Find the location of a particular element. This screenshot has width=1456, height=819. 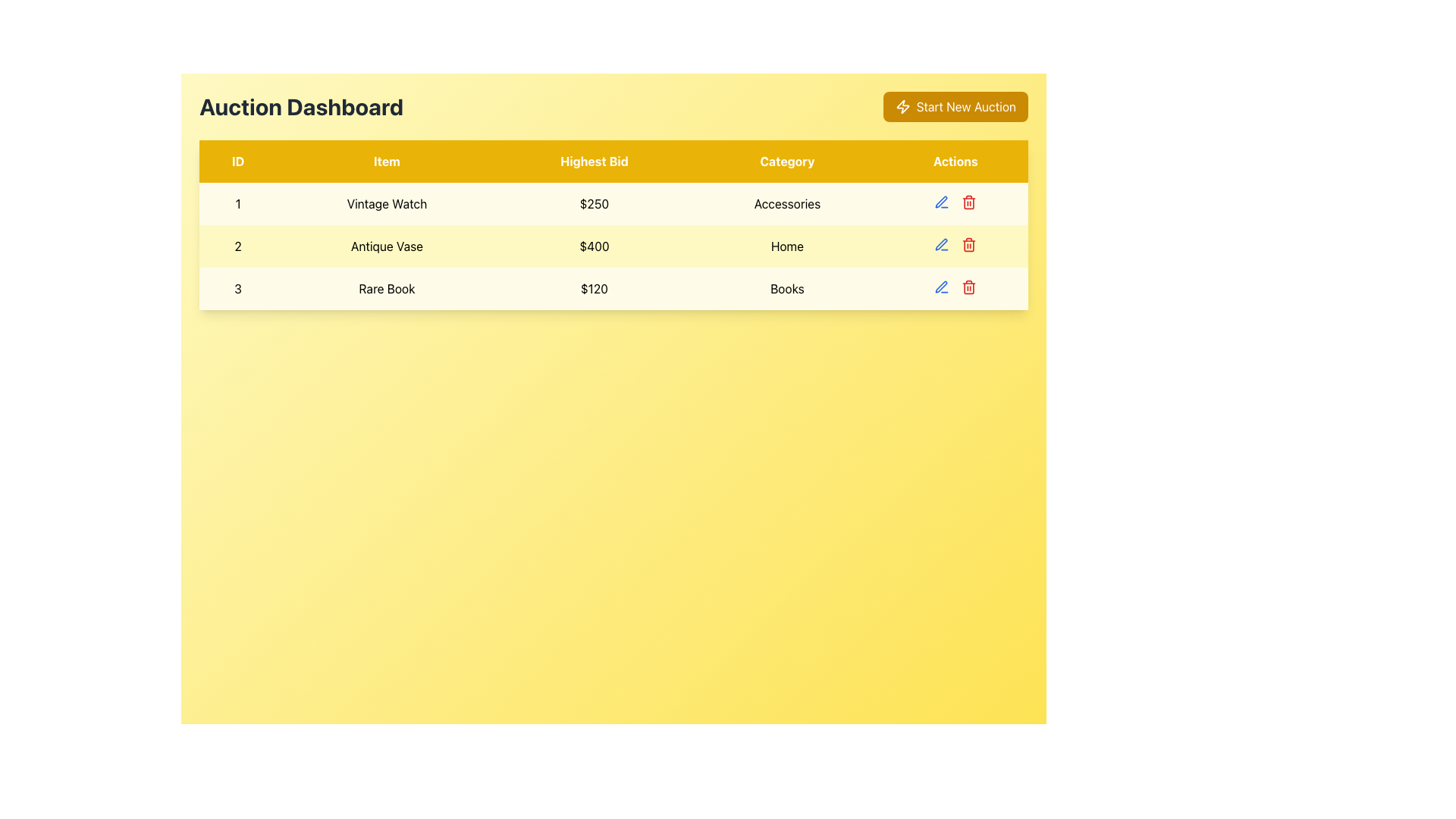

the text label in the fourth column of the first row that indicates the category 'Vintage Watch' for the auction item is located at coordinates (787, 203).